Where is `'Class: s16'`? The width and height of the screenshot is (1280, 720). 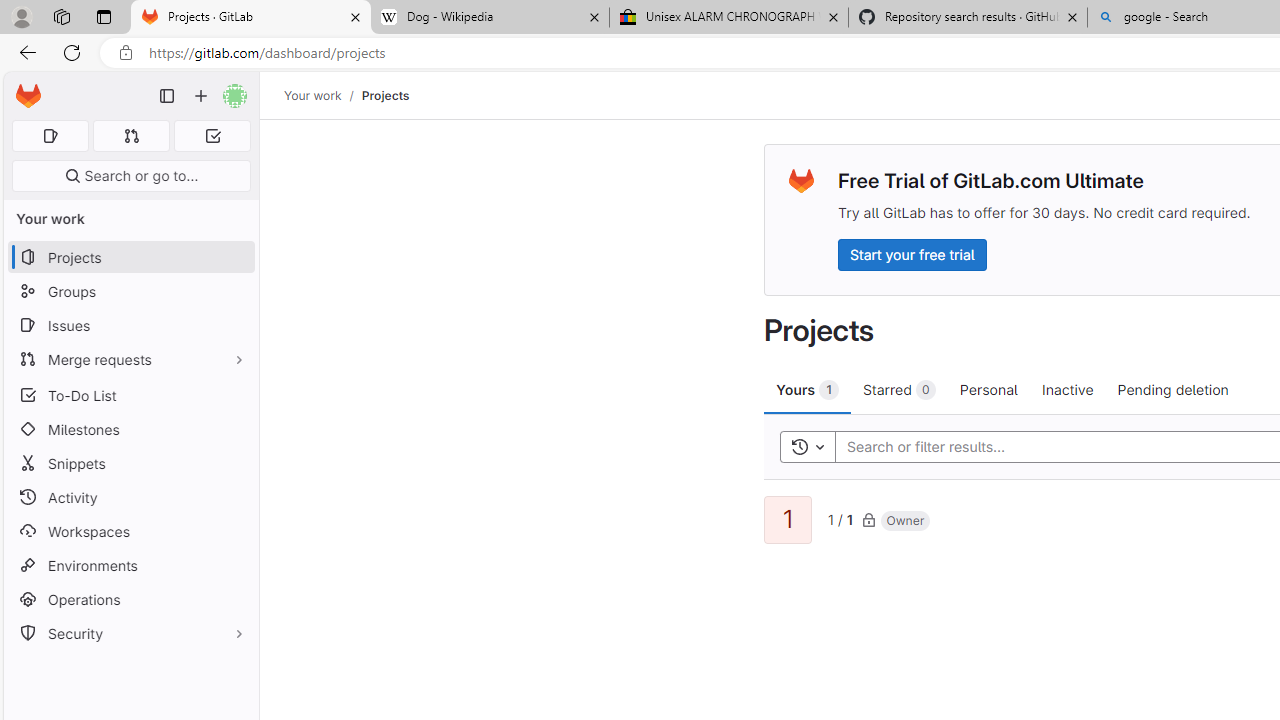
'Class: s16' is located at coordinates (868, 518).